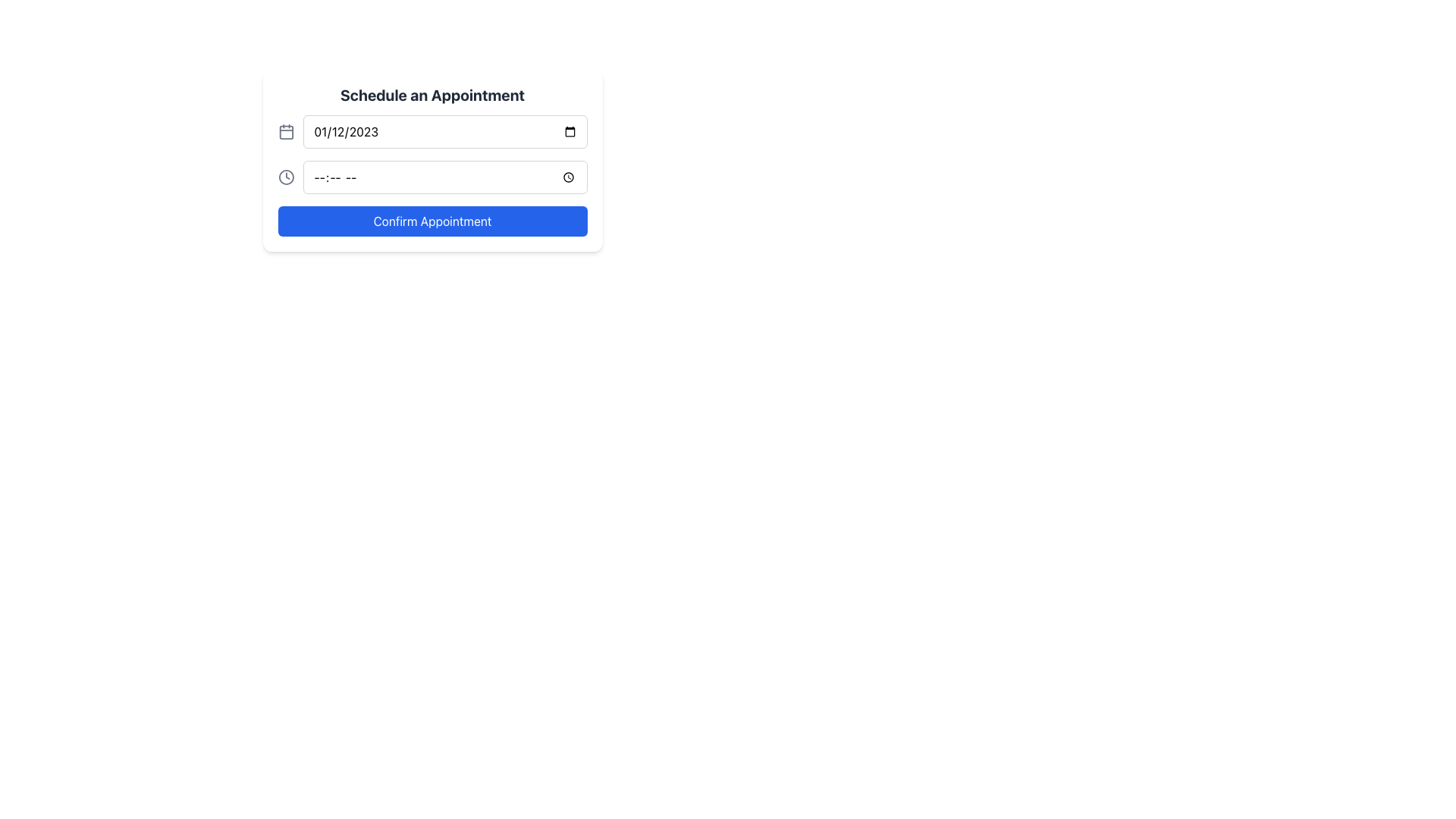  I want to click on the group containing the date input field and calendar icons, which is the first horizontal layout in the 'Schedule an Appointment' section, so click(431, 130).